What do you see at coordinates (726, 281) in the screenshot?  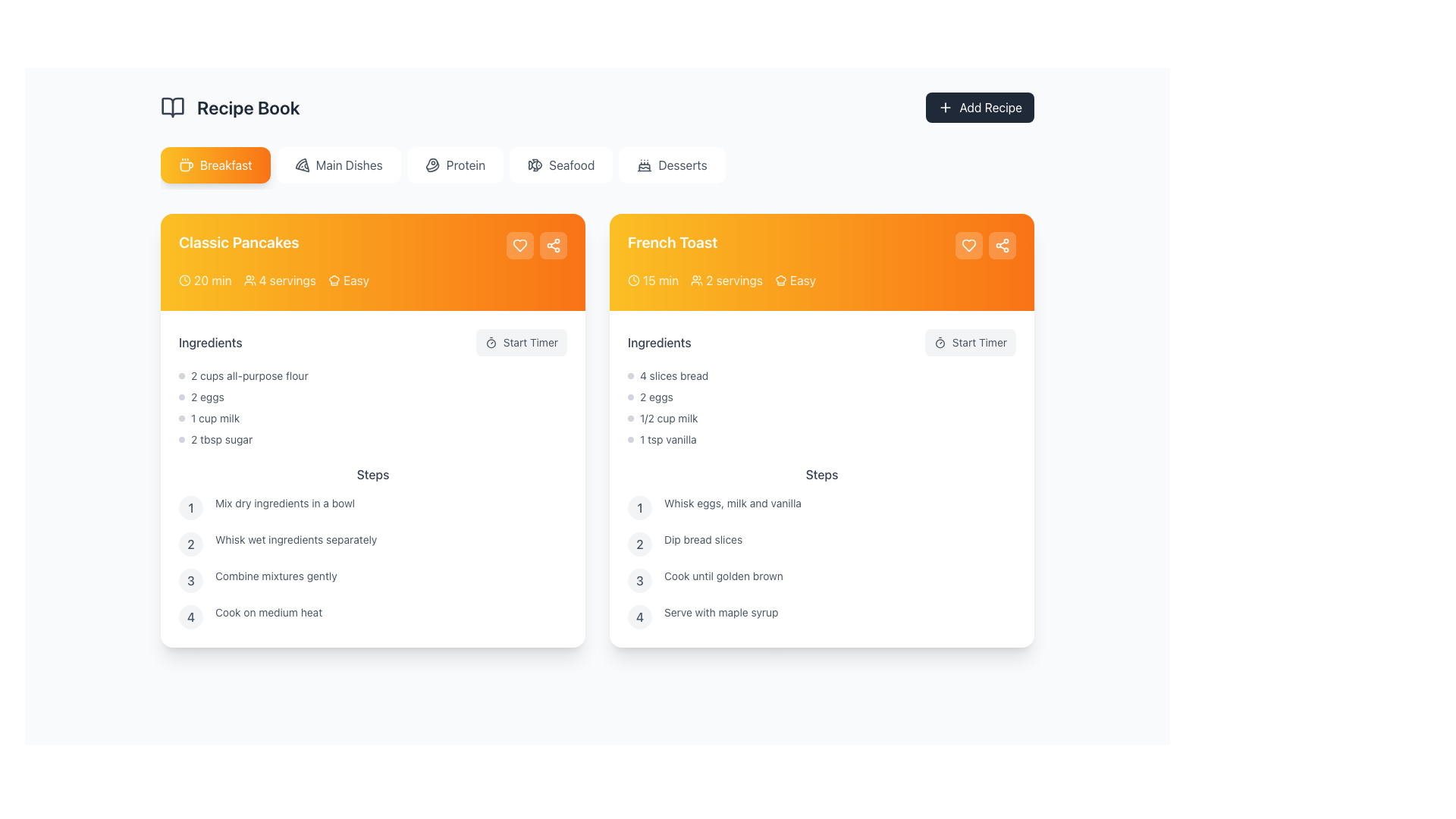 I see `'2 servings' text element, which is accompanied by an icon resembling a group of people, located in the header of the 'French Toast' recipe card` at bounding box center [726, 281].